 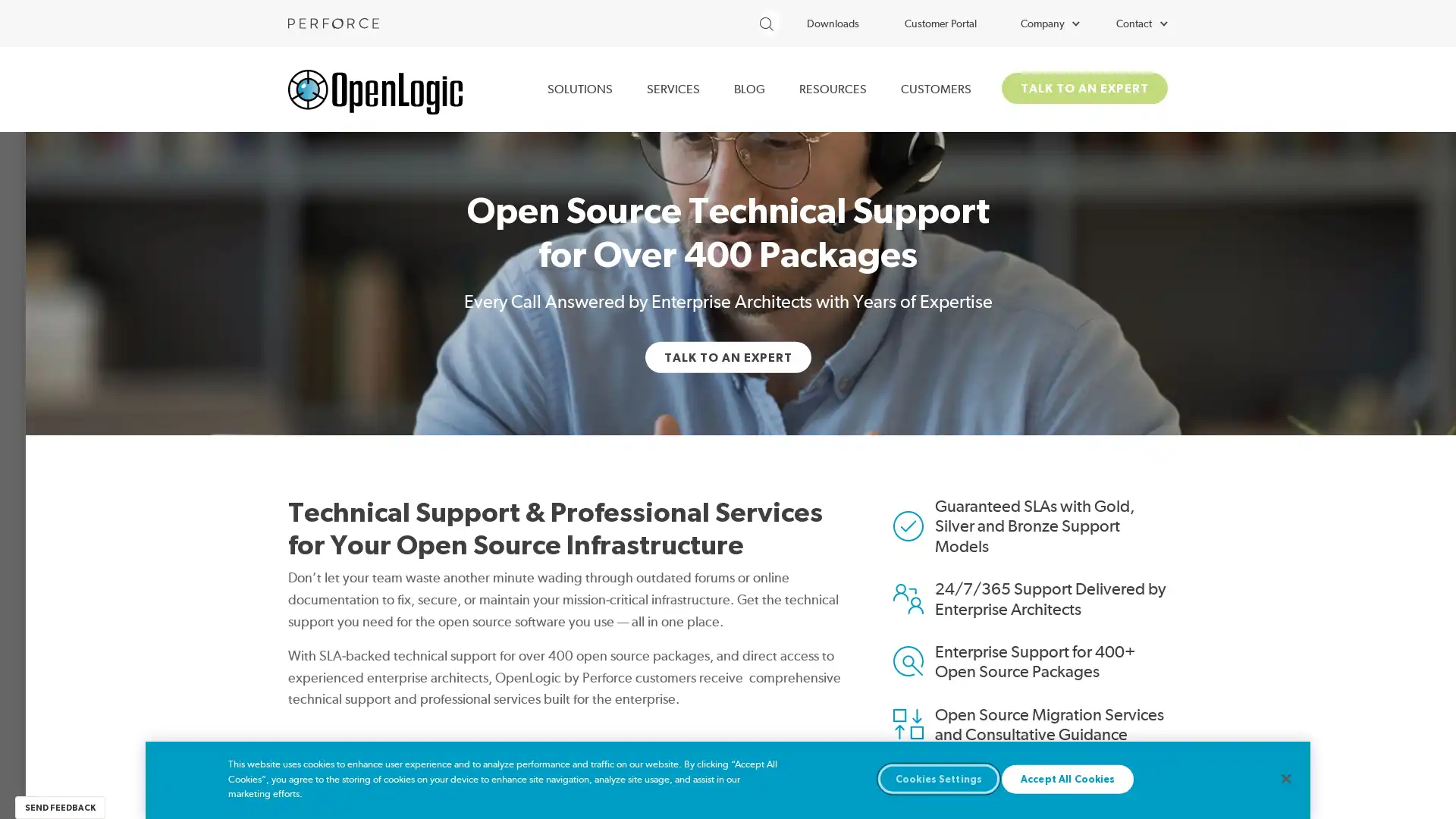 I want to click on Close, so click(x=1285, y=778).